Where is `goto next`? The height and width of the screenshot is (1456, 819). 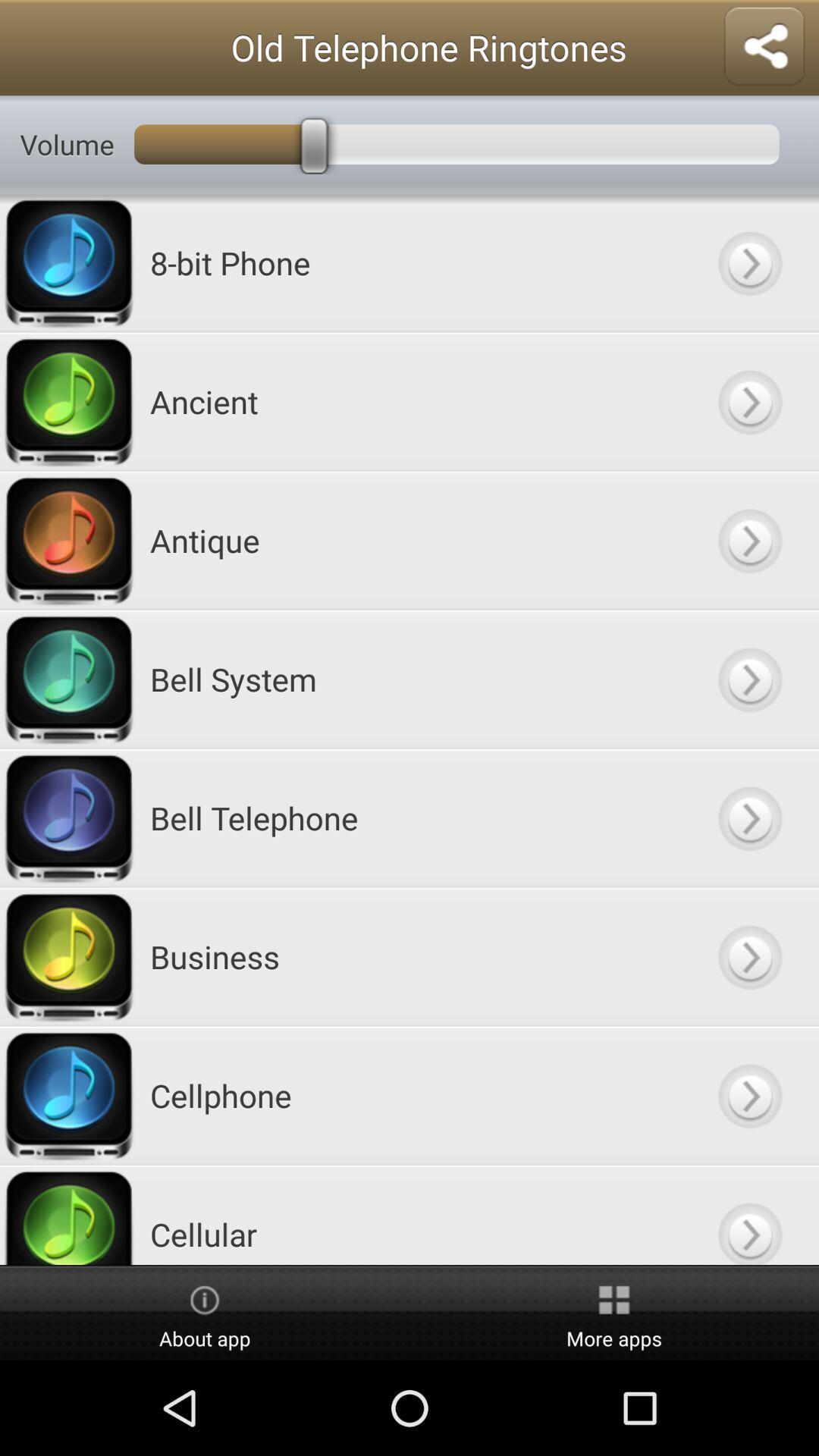 goto next is located at coordinates (748, 1215).